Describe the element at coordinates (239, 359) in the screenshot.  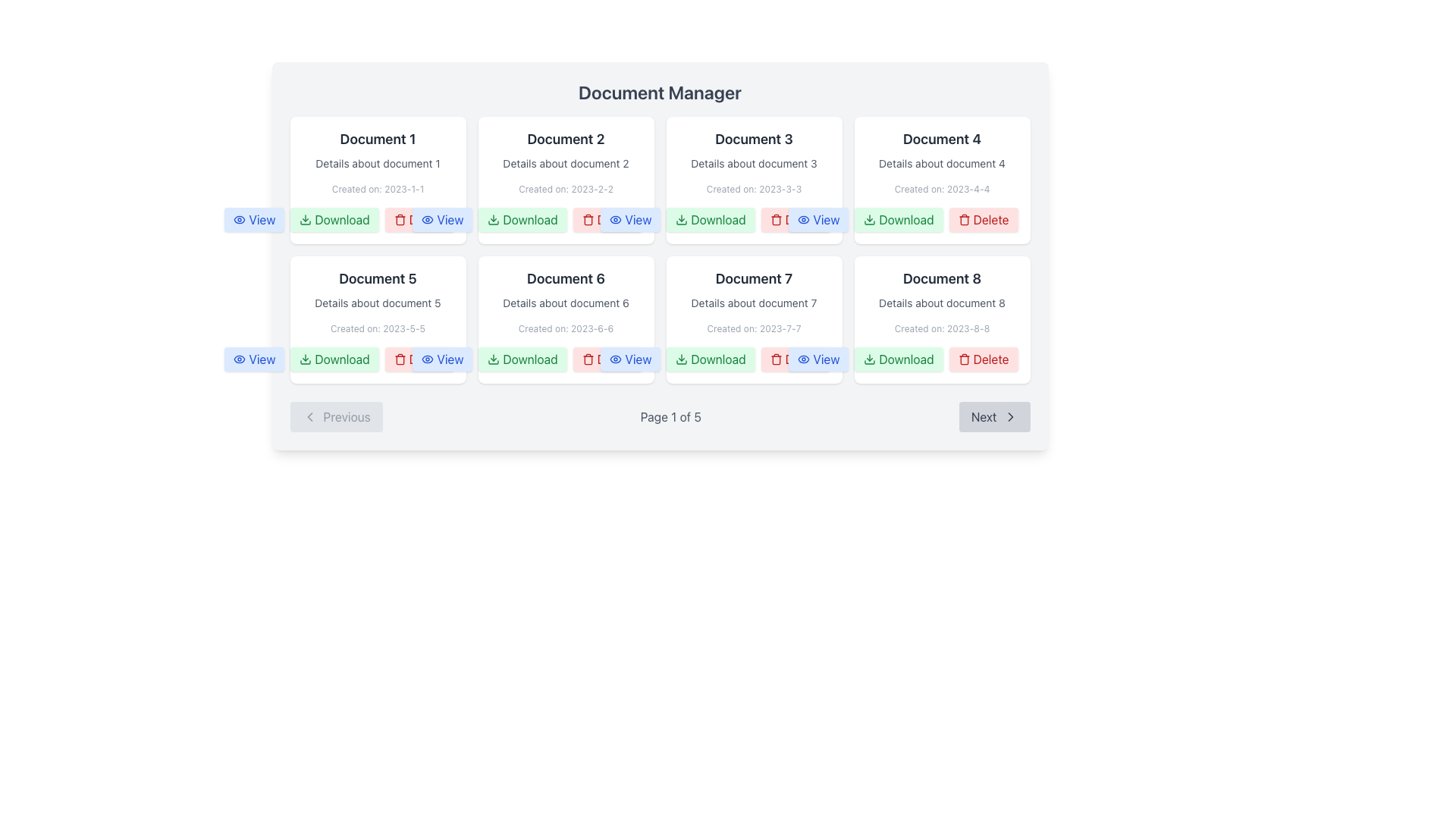
I see `the eye icon embedded within the 'View' button for 'Document 5' in the document manager grid` at that location.